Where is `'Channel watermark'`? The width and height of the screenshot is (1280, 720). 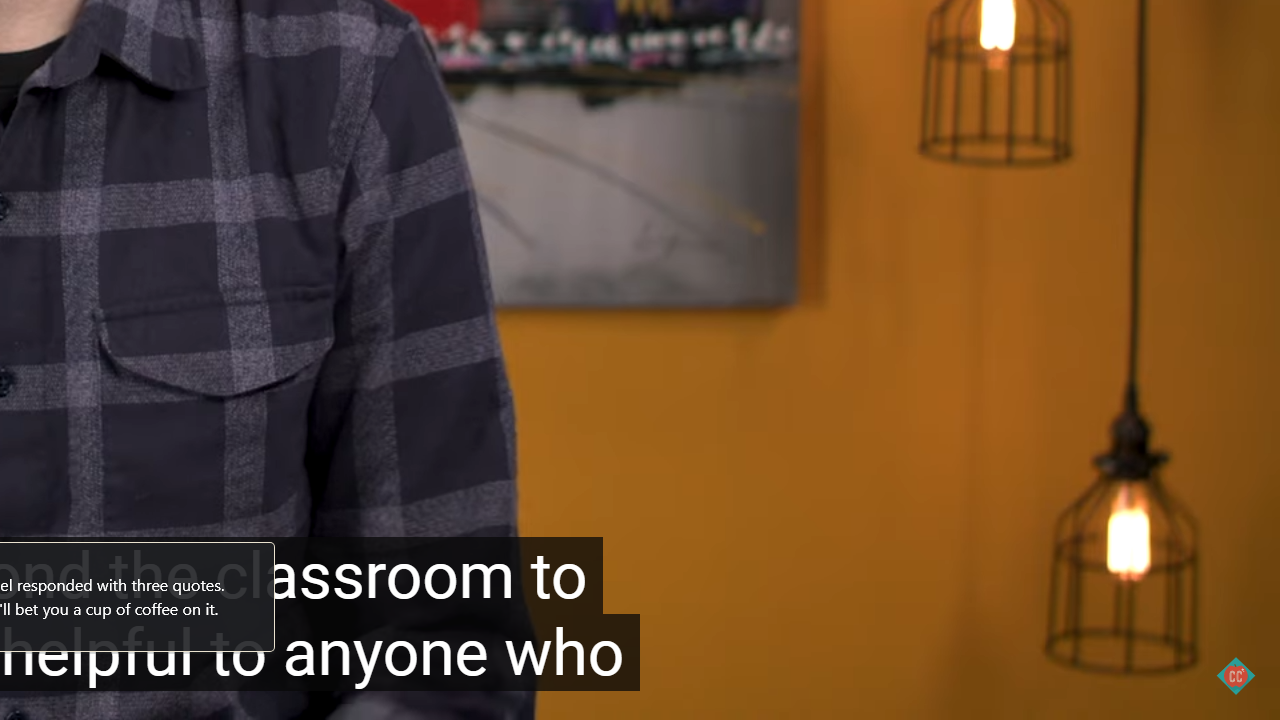 'Channel watermark' is located at coordinates (1234, 675).